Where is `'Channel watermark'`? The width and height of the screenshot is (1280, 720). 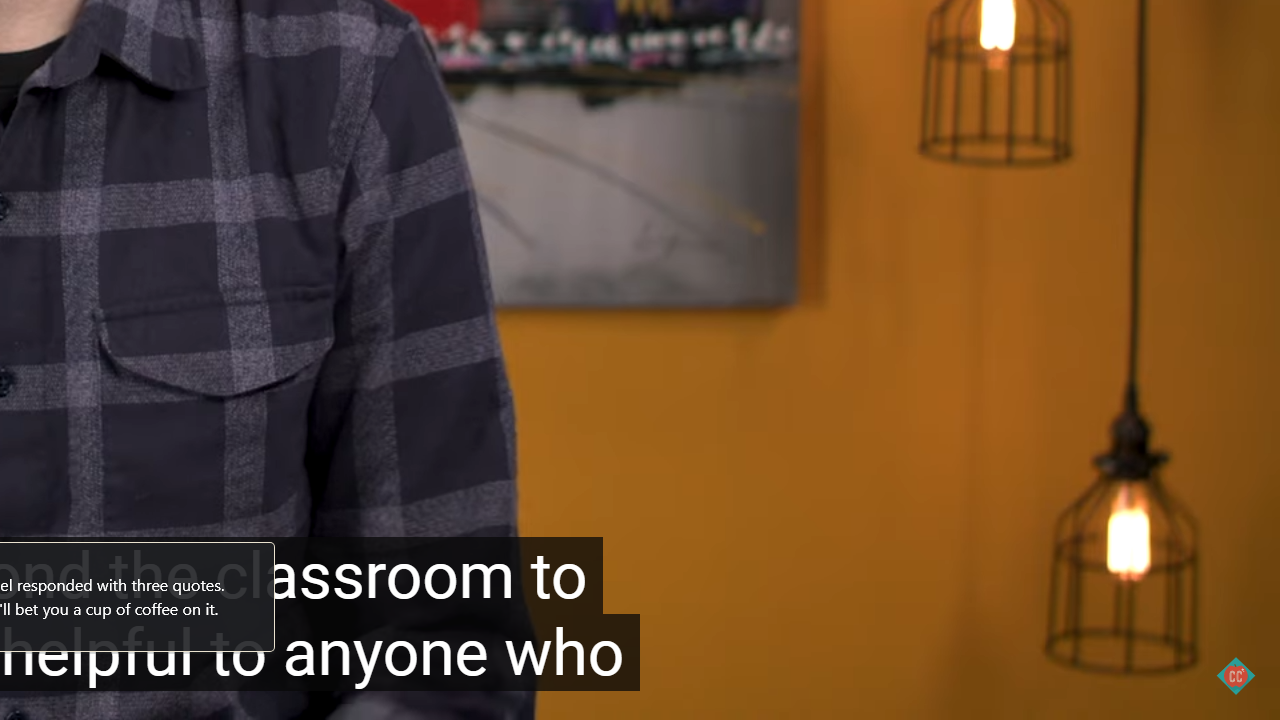 'Channel watermark' is located at coordinates (1234, 675).